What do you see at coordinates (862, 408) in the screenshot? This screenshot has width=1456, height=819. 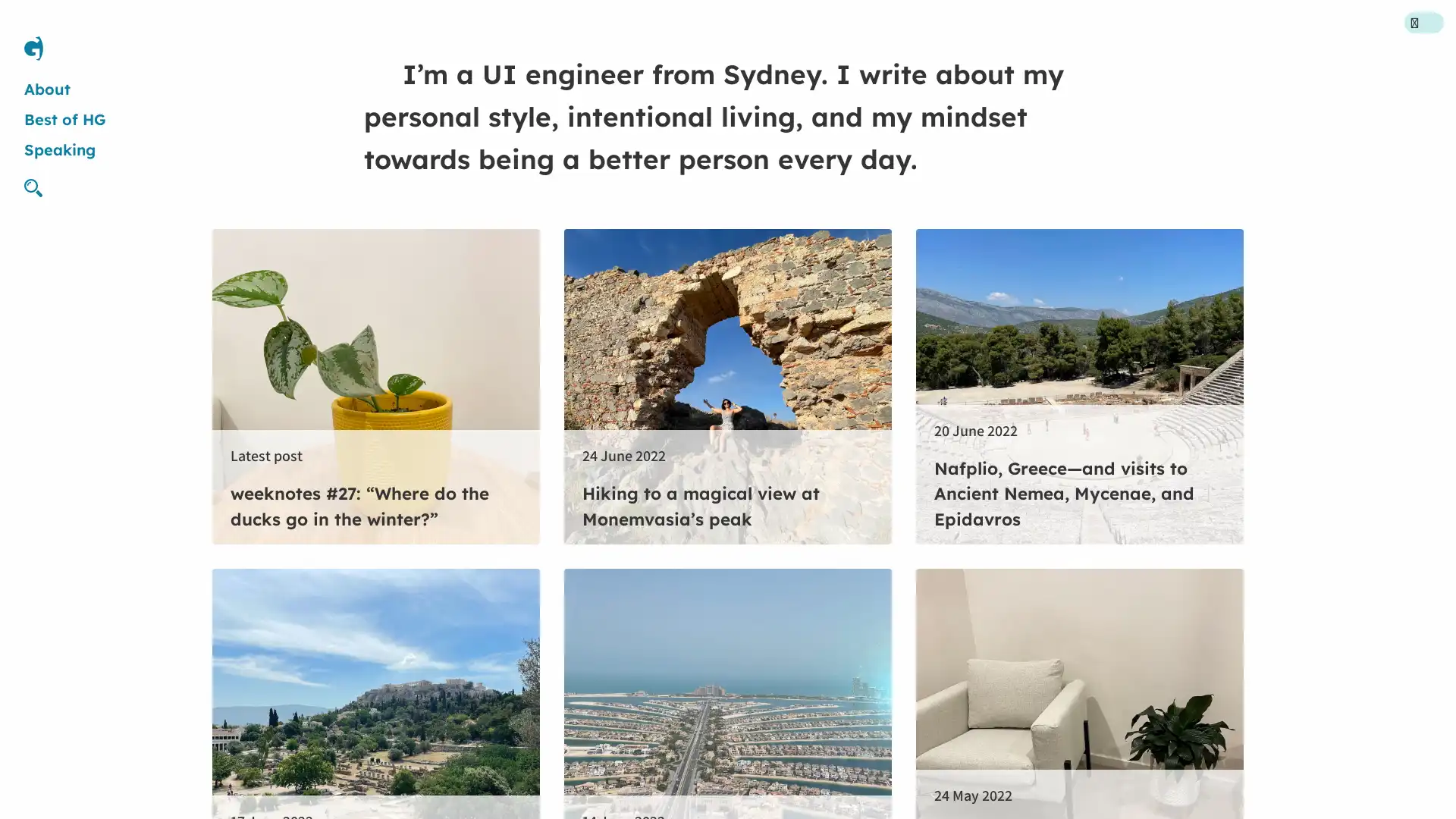 I see `Search` at bounding box center [862, 408].